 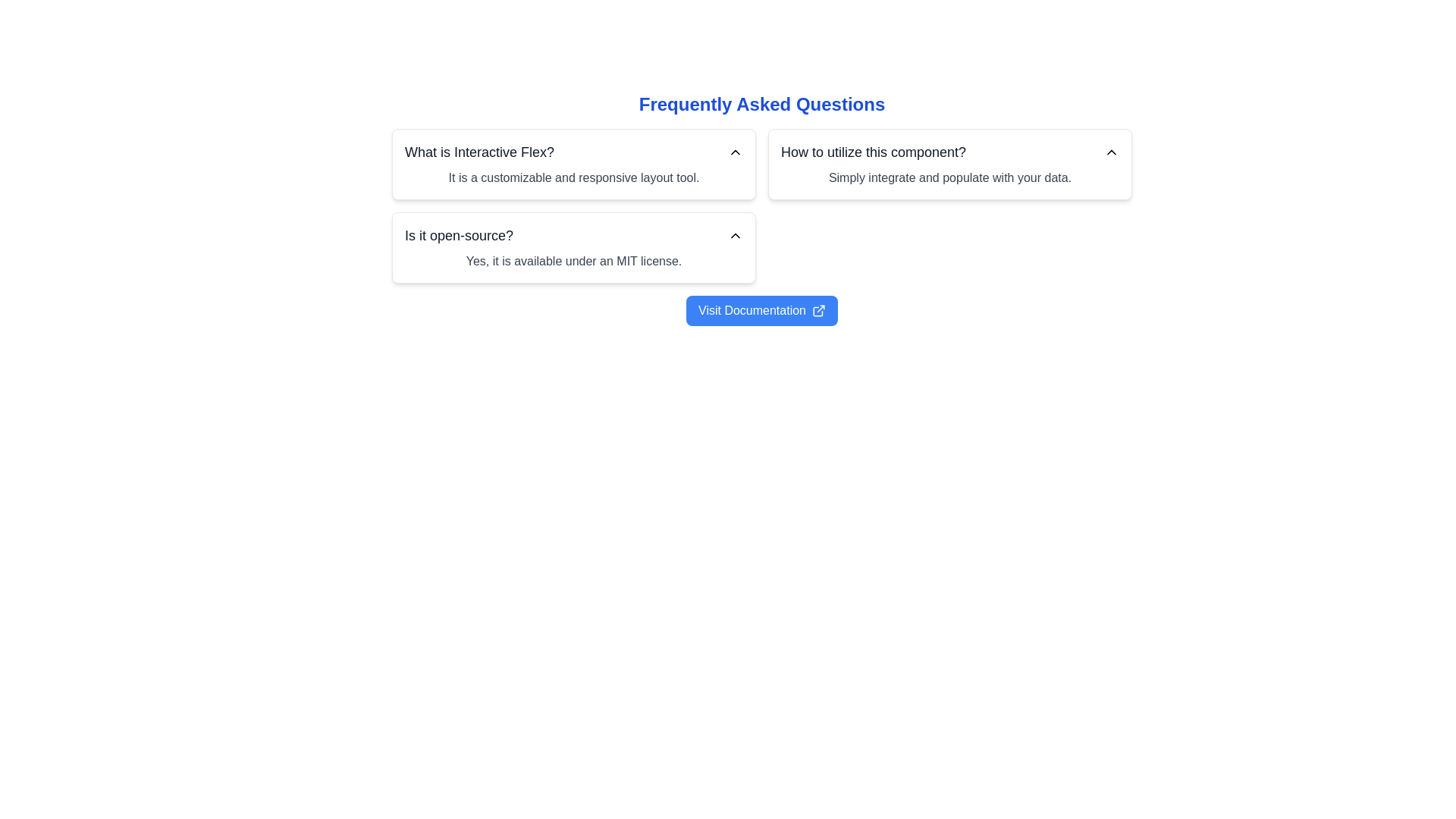 What do you see at coordinates (818, 309) in the screenshot?
I see `the design of the icon located to the right of the 'Visit Documentation' button, which indicates that clicking it will open an external link or navigate to another resource` at bounding box center [818, 309].